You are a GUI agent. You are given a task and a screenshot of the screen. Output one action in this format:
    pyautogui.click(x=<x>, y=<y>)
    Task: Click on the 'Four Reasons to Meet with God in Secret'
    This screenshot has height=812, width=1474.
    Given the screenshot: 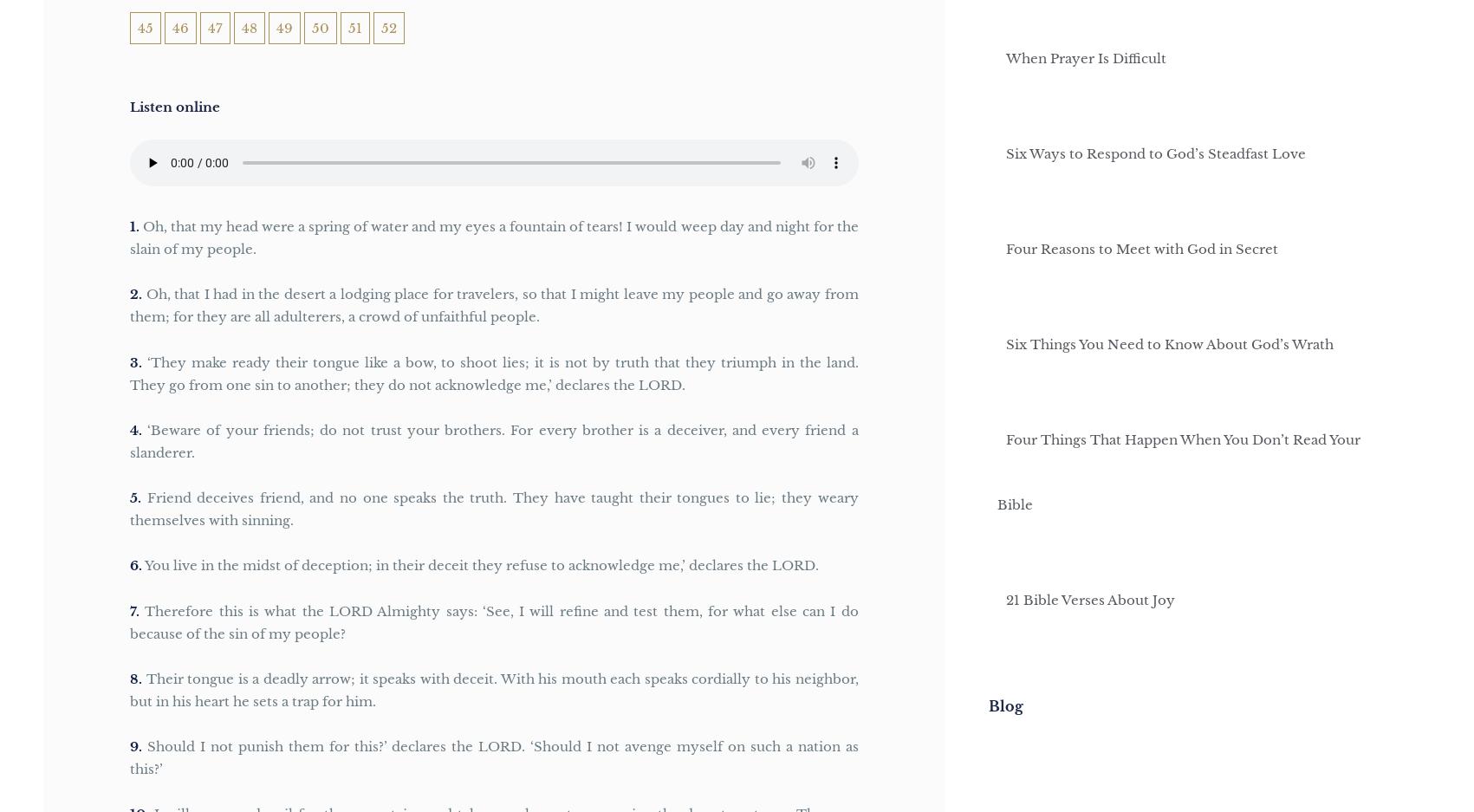 What is the action you would take?
    pyautogui.click(x=1141, y=248)
    